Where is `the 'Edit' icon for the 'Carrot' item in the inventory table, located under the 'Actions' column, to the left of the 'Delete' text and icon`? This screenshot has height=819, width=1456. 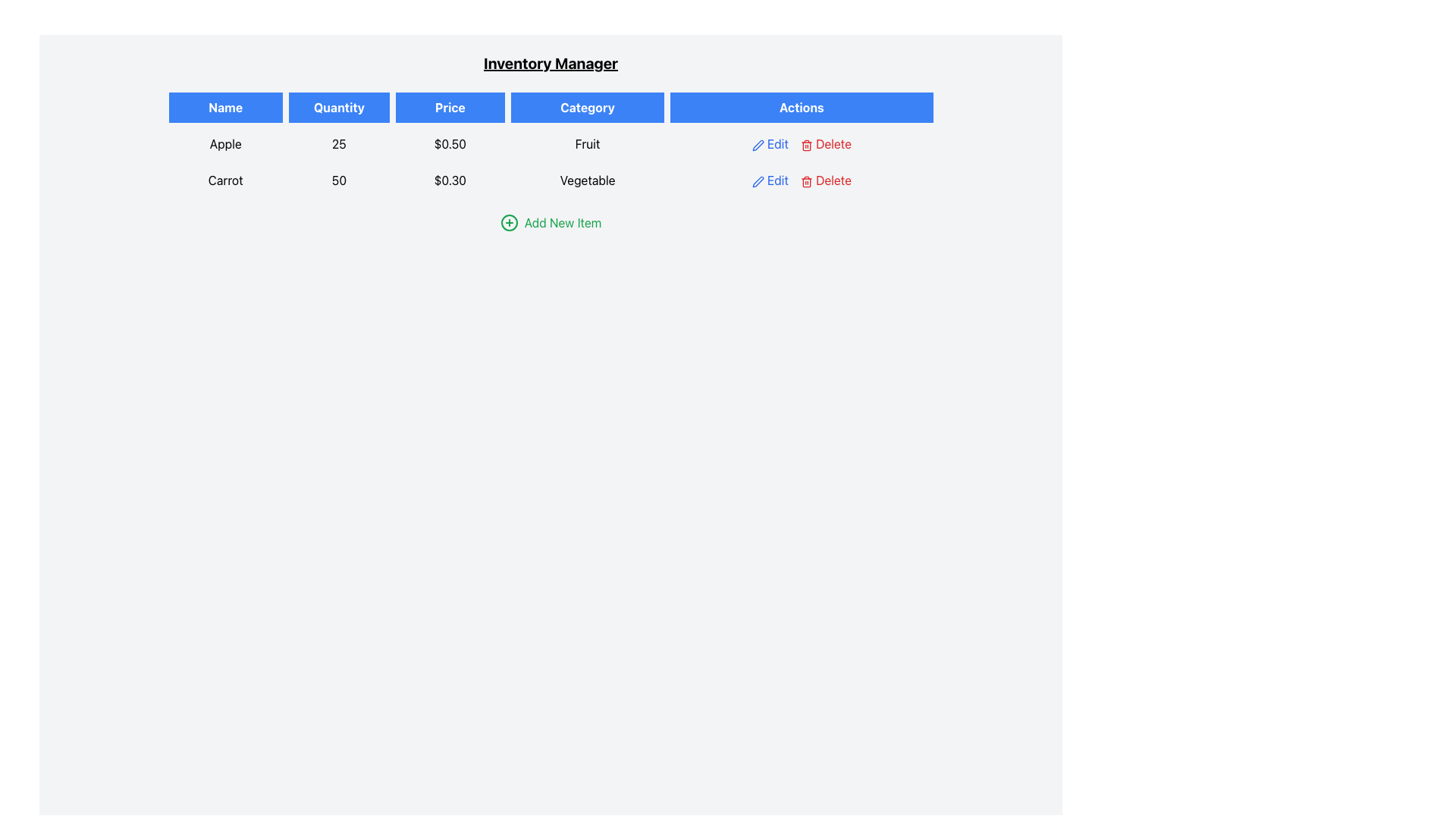 the 'Edit' icon for the 'Carrot' item in the inventory table, located under the 'Actions' column, to the left of the 'Delete' text and icon is located at coordinates (758, 145).